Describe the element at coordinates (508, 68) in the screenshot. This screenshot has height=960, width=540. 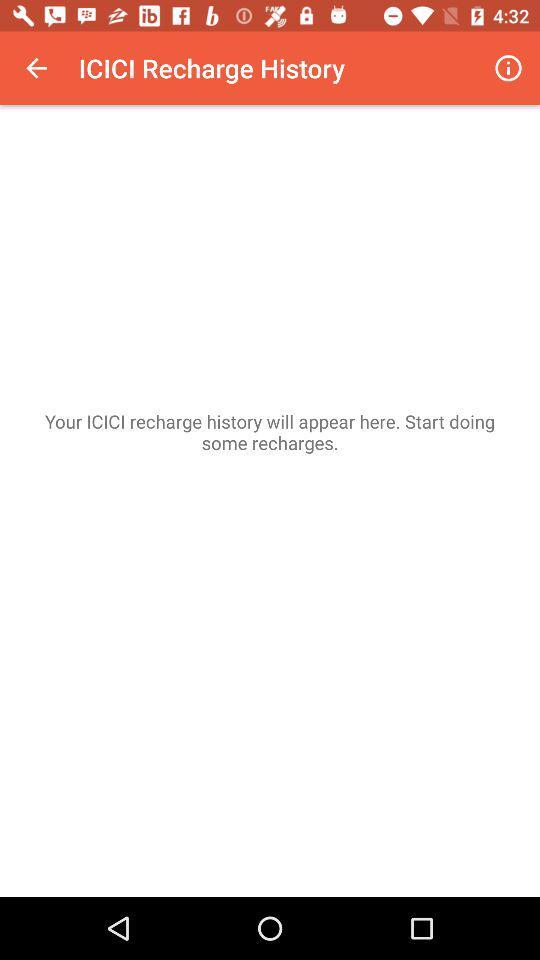
I see `icon next to icici recharge history item` at that location.